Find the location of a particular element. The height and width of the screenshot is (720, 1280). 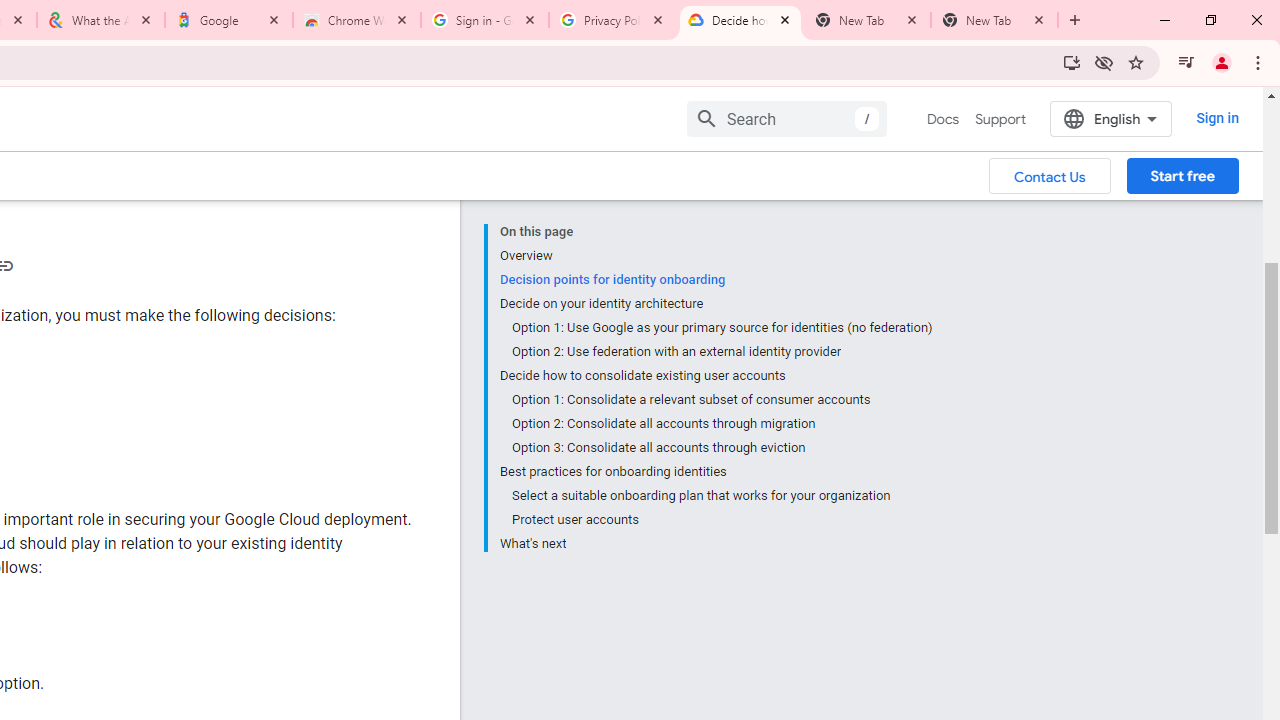

'English' is located at coordinates (1110, 118).